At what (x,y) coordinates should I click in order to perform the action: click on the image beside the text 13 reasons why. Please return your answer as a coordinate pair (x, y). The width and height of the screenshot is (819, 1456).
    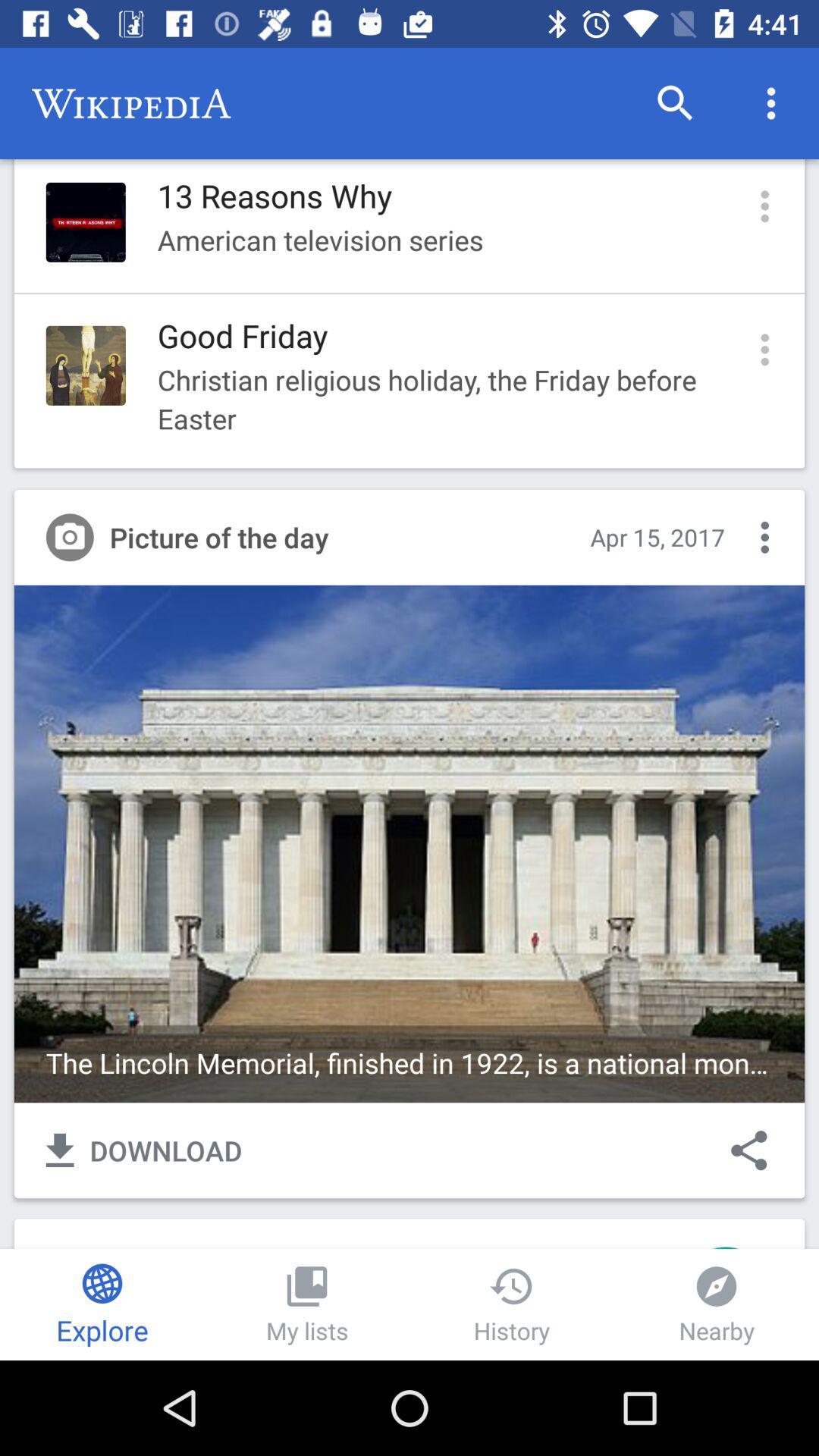
    Looking at the image, I should click on (86, 221).